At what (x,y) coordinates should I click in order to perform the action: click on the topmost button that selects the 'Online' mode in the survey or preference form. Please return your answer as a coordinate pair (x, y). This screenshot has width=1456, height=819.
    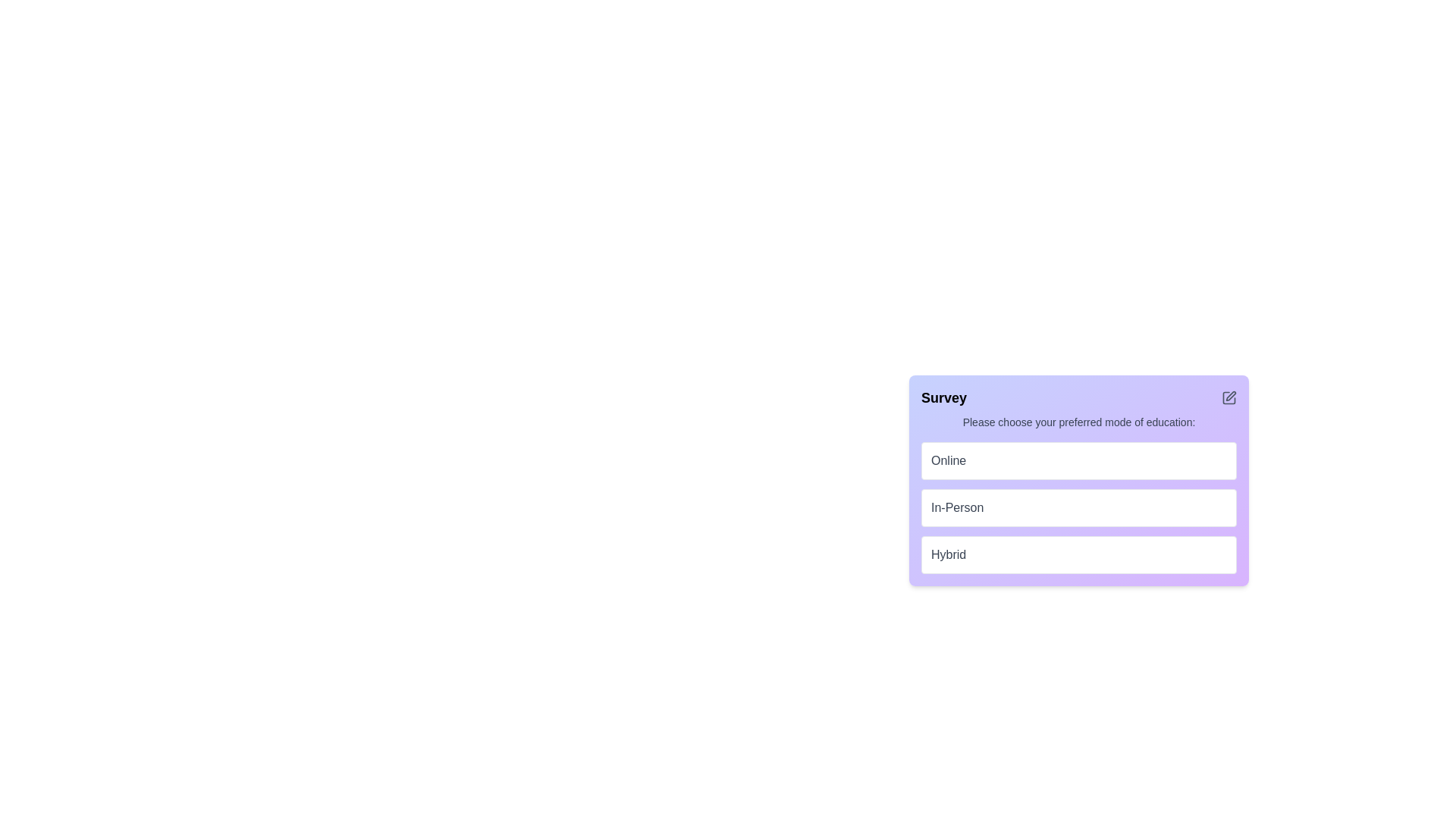
    Looking at the image, I should click on (1078, 460).